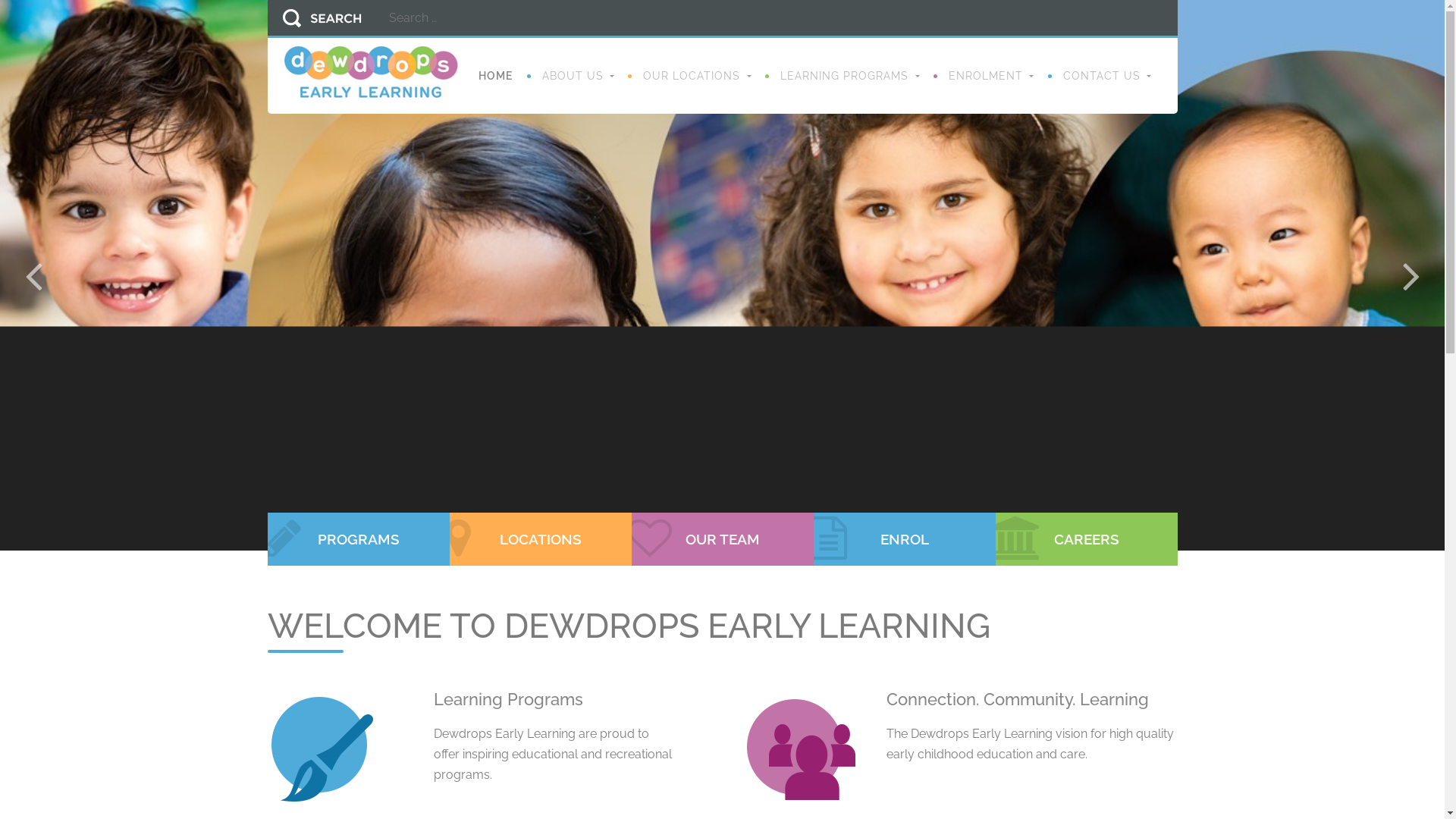 The width and height of the screenshot is (1456, 819). I want to click on 'OUR LOCATIONS', so click(695, 76).